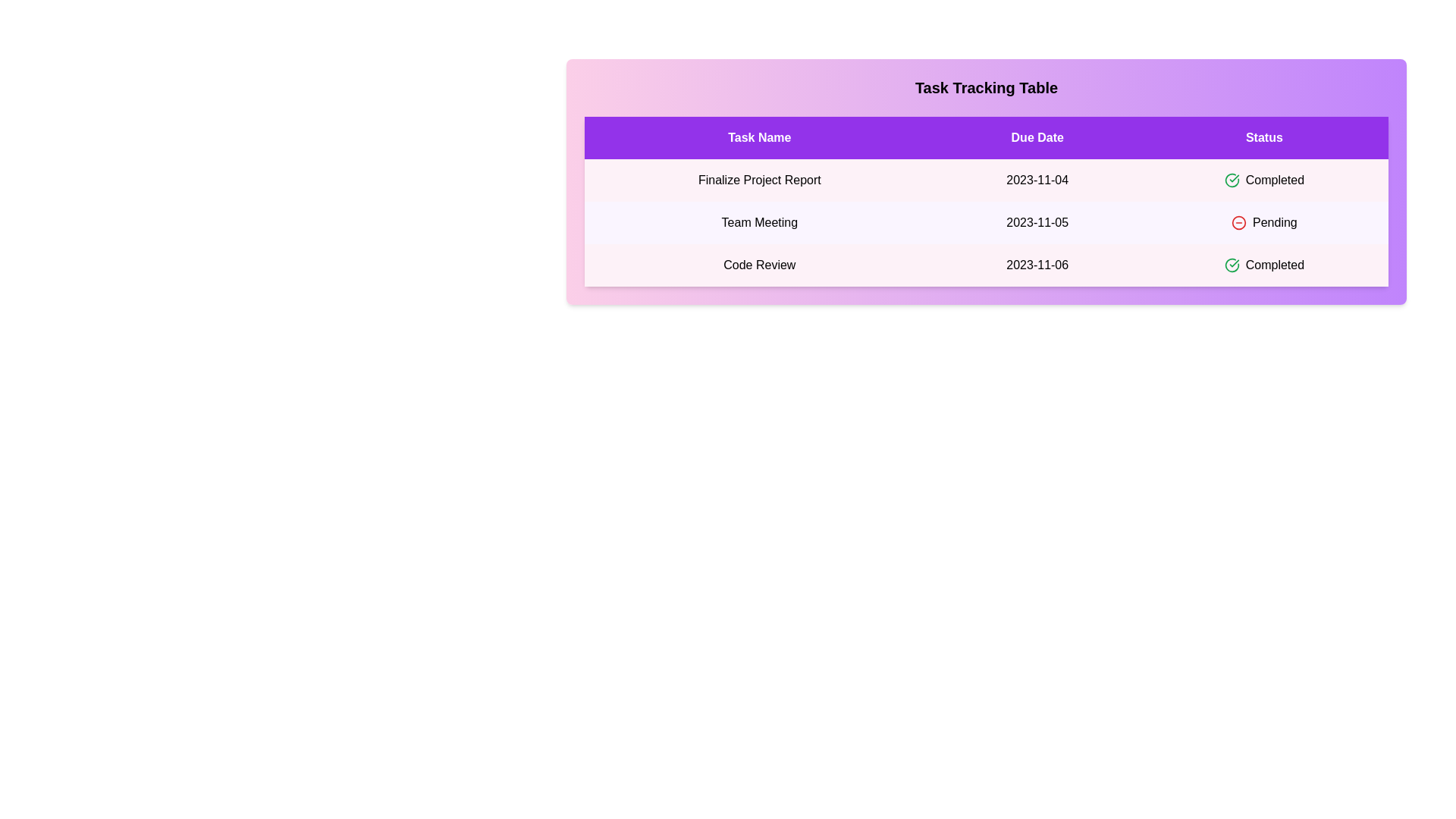 This screenshot has height=819, width=1456. I want to click on the text '2023-11-06' in the table cell, so click(1037, 265).